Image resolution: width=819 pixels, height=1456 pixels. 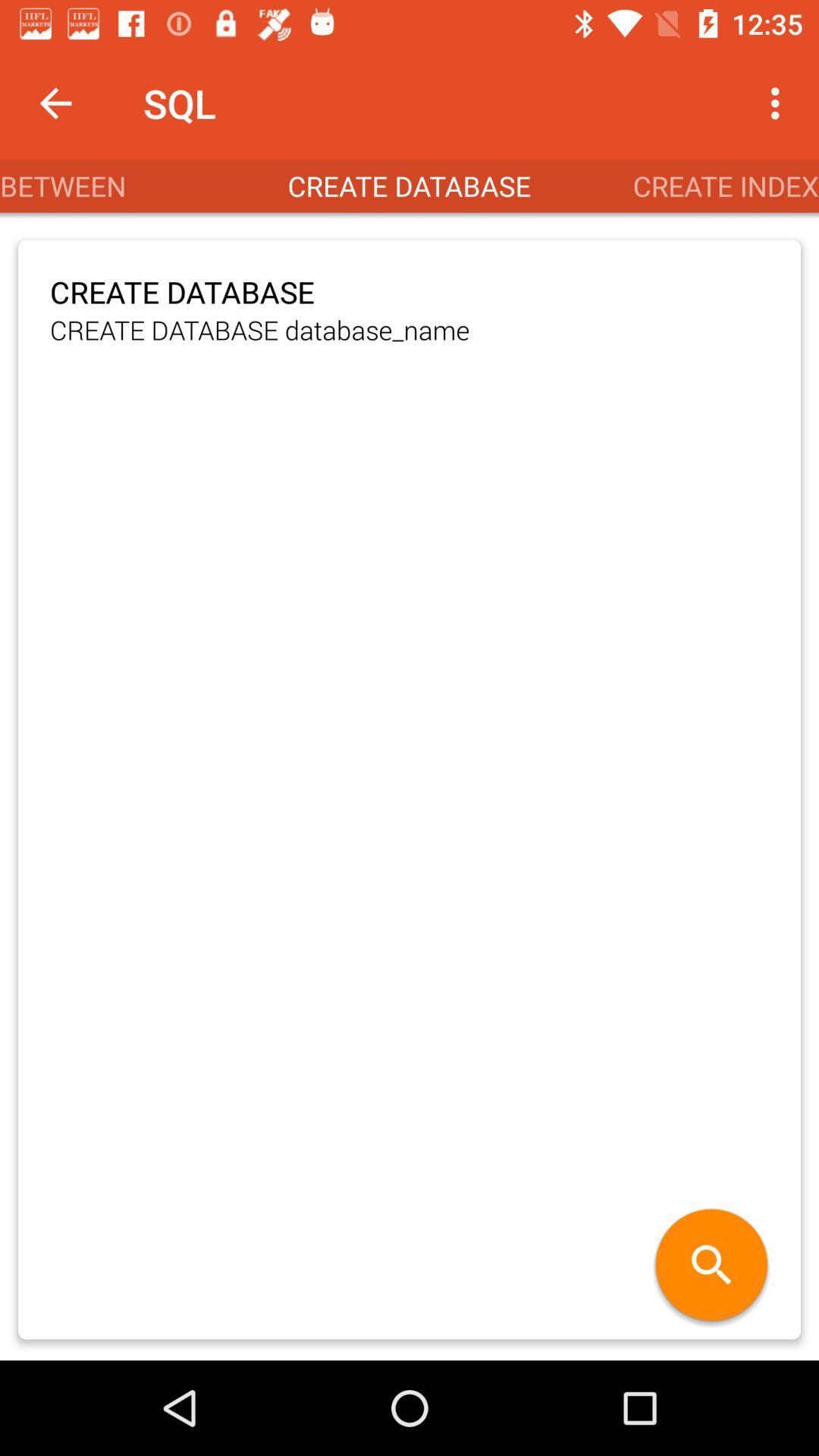 I want to click on app next to sql, so click(x=779, y=102).